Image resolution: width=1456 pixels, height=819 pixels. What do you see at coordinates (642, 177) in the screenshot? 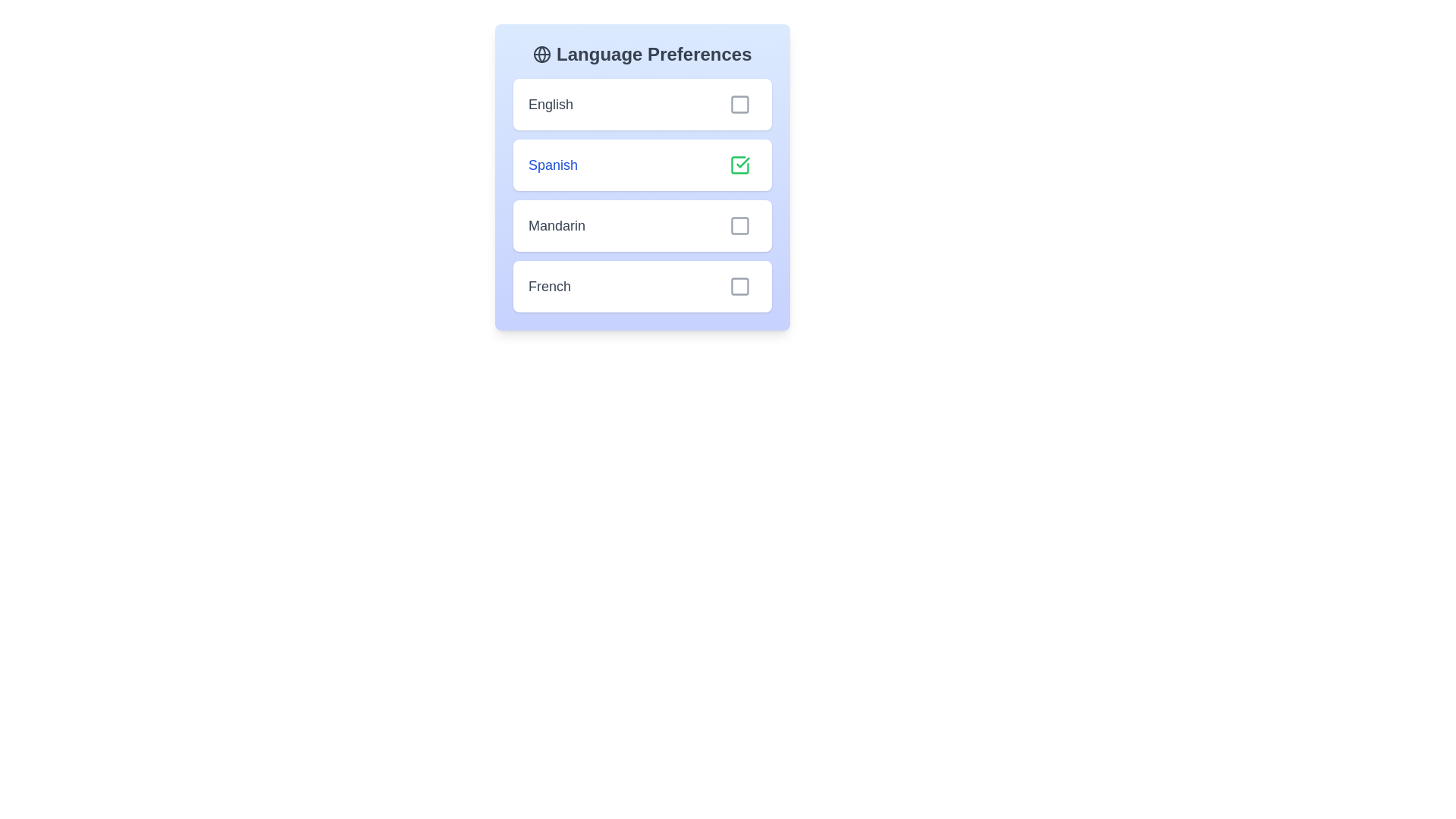
I see `the checkbox next to the 'Spanish' option in the Language Preferences modal` at bounding box center [642, 177].